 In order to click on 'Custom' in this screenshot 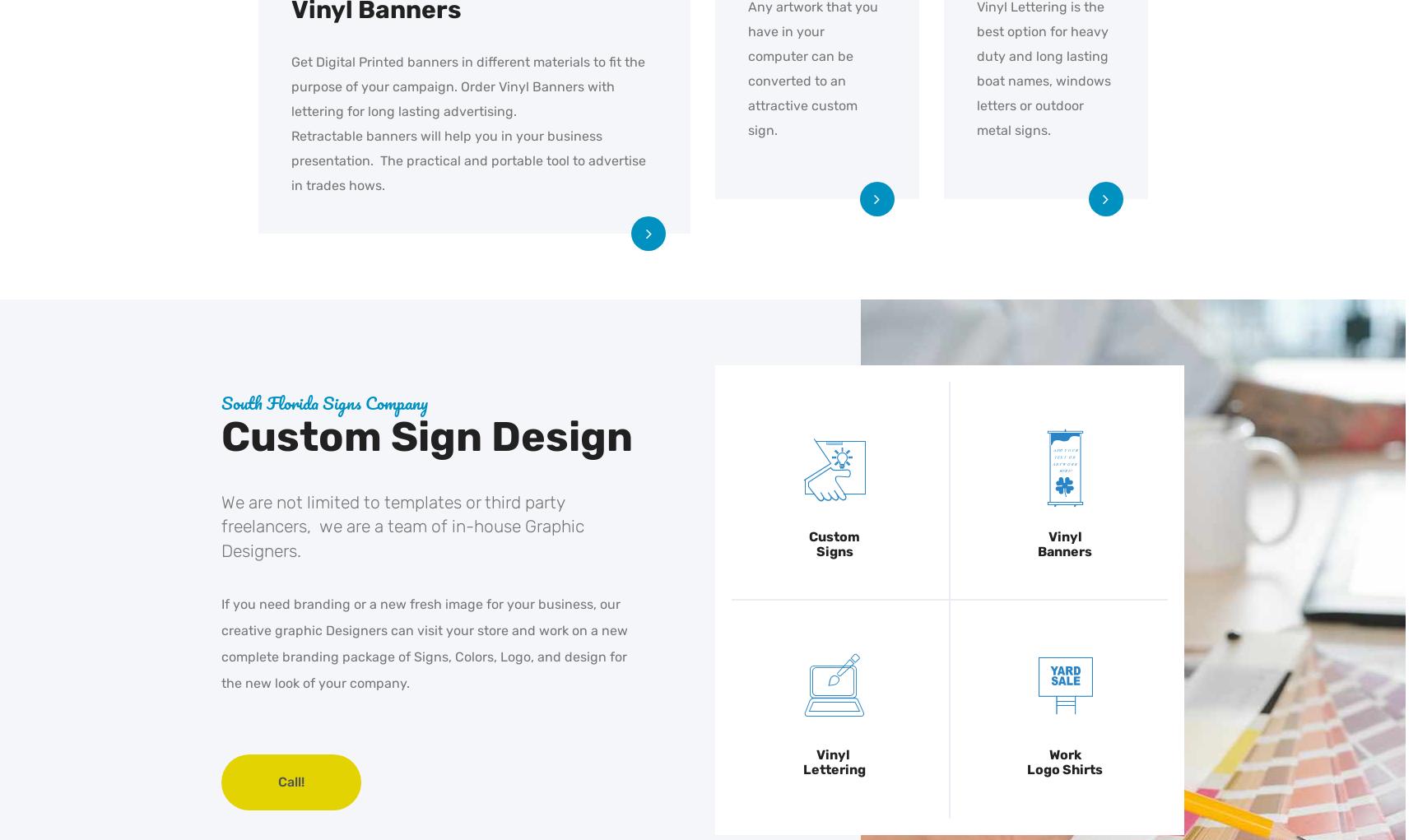, I will do `click(833, 536)`.